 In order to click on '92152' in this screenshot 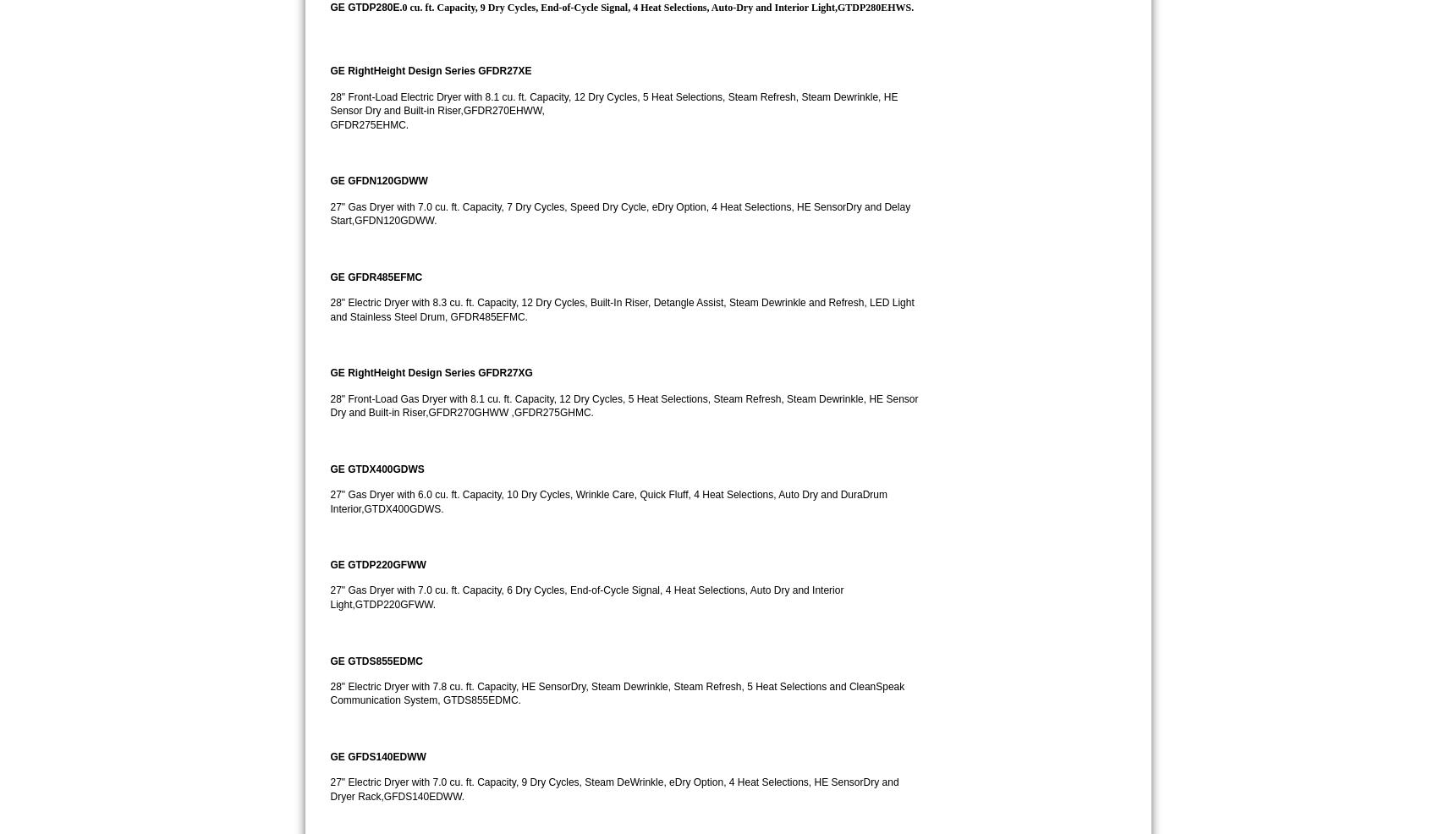, I will do `click(1069, 19)`.